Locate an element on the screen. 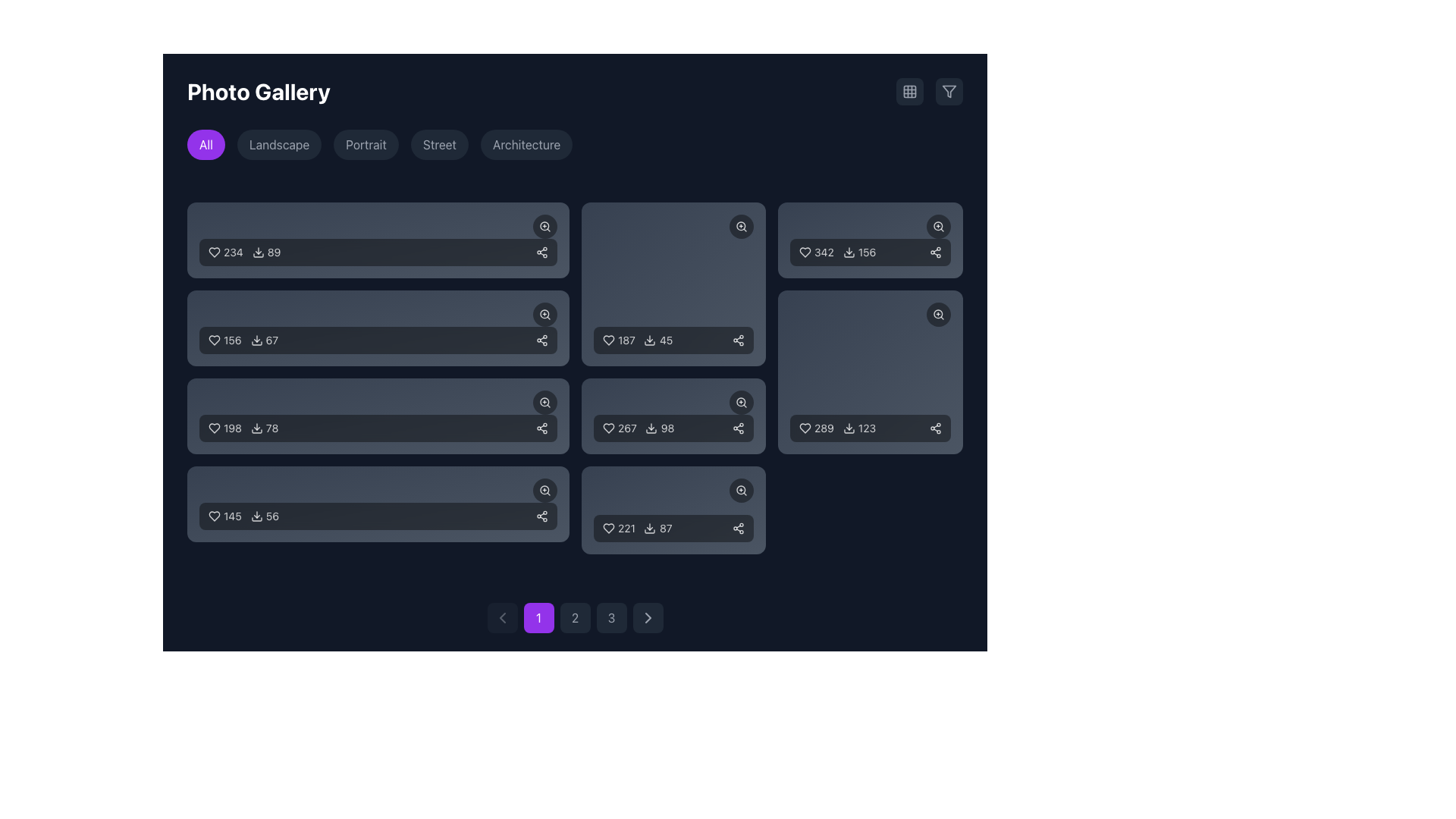 This screenshot has height=819, width=1456. the interactive count display under the heart icon that shows the number of likes, represented by the text '342' is located at coordinates (816, 251).